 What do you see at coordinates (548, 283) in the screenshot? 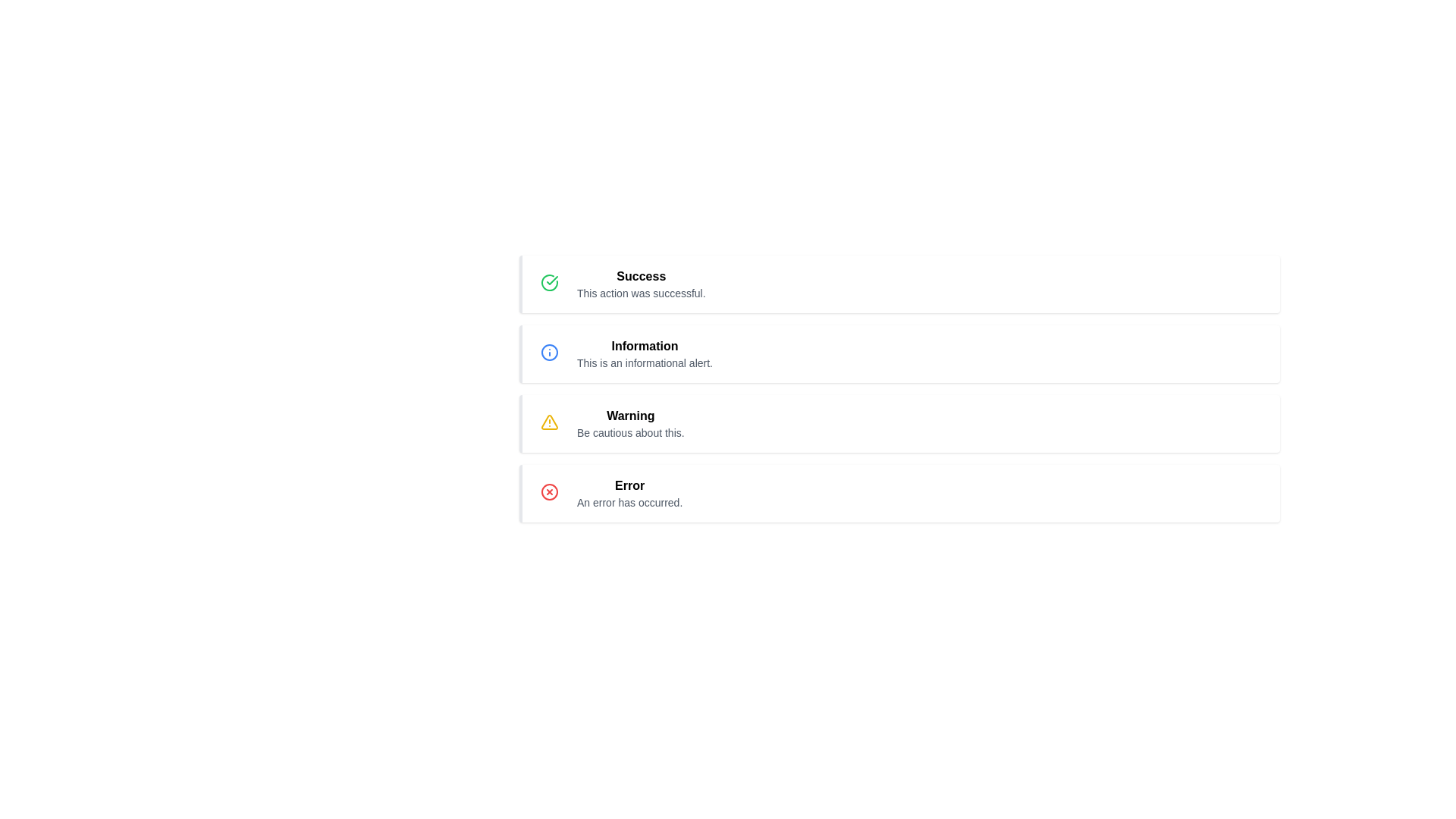
I see `the success state icon, which is the leftmost component of the first row in a vertical list of alert items, preceding the 'Success' text` at bounding box center [548, 283].